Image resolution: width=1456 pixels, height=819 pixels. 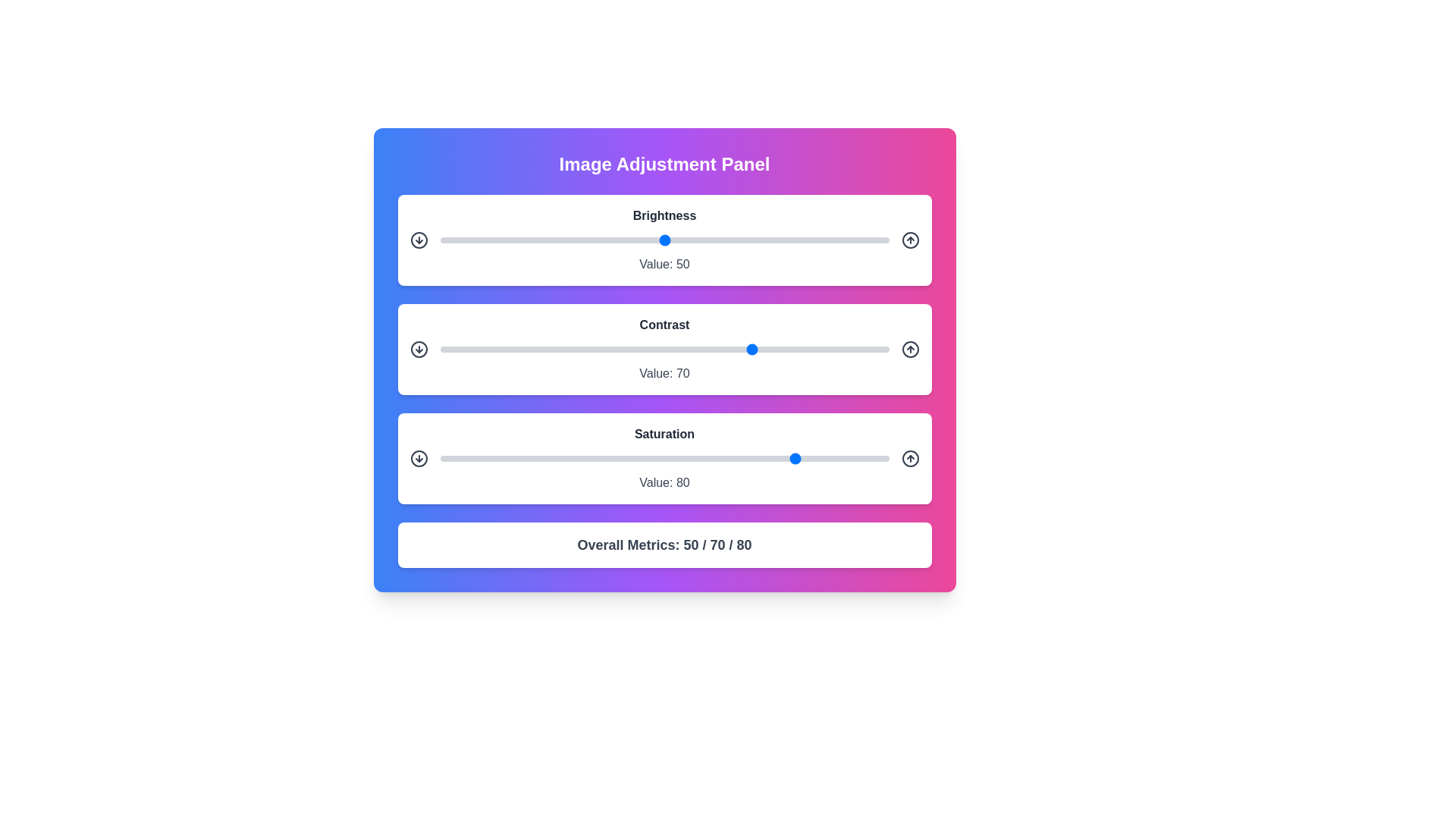 I want to click on the contrast, so click(x=466, y=350).